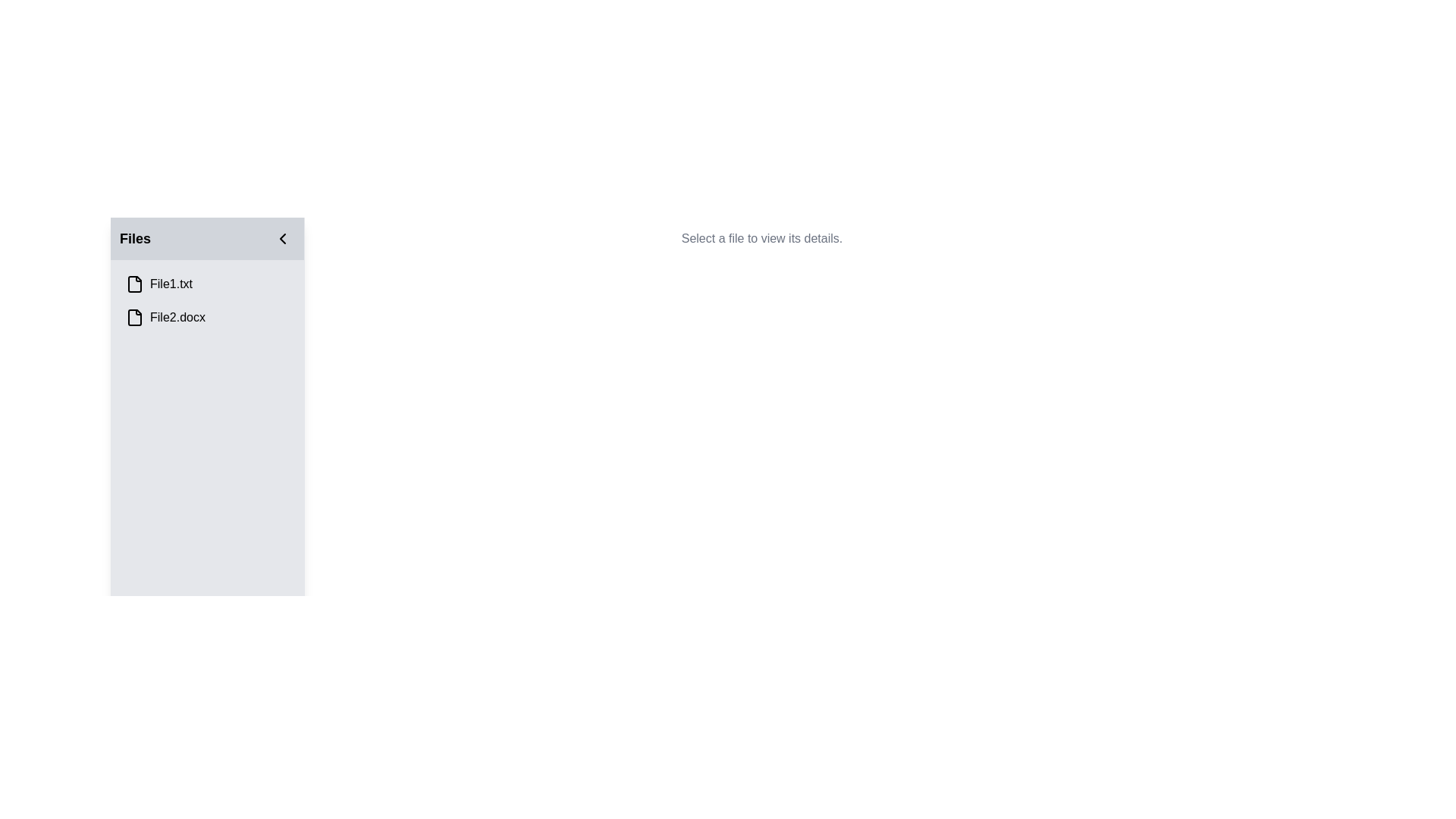 This screenshot has width=1456, height=819. I want to click on the file labeled 'File1.txt' from the list of files, so click(171, 284).